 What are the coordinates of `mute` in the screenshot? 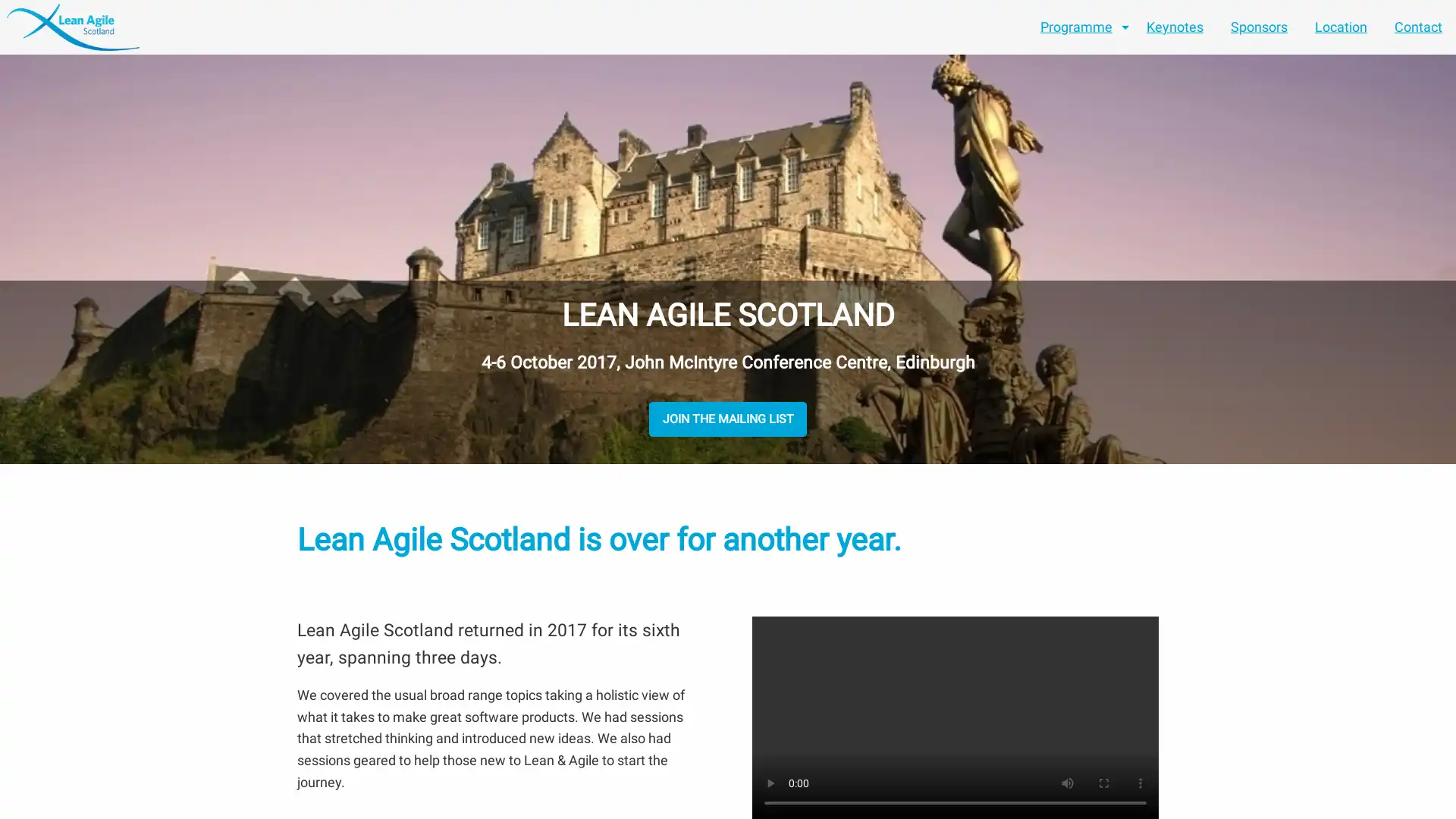 It's located at (1066, 783).